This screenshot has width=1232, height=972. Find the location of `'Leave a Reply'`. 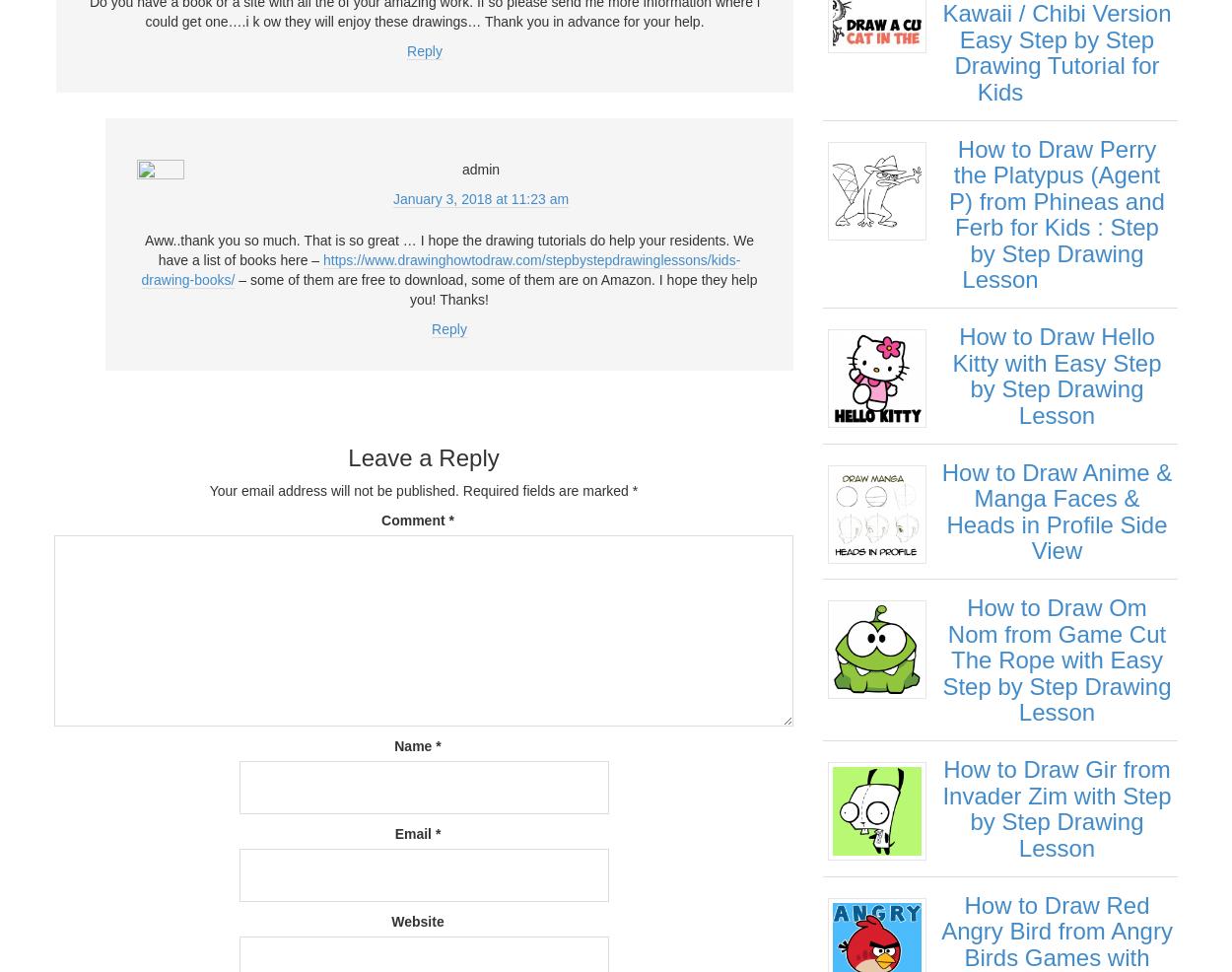

'Leave a Reply' is located at coordinates (347, 457).